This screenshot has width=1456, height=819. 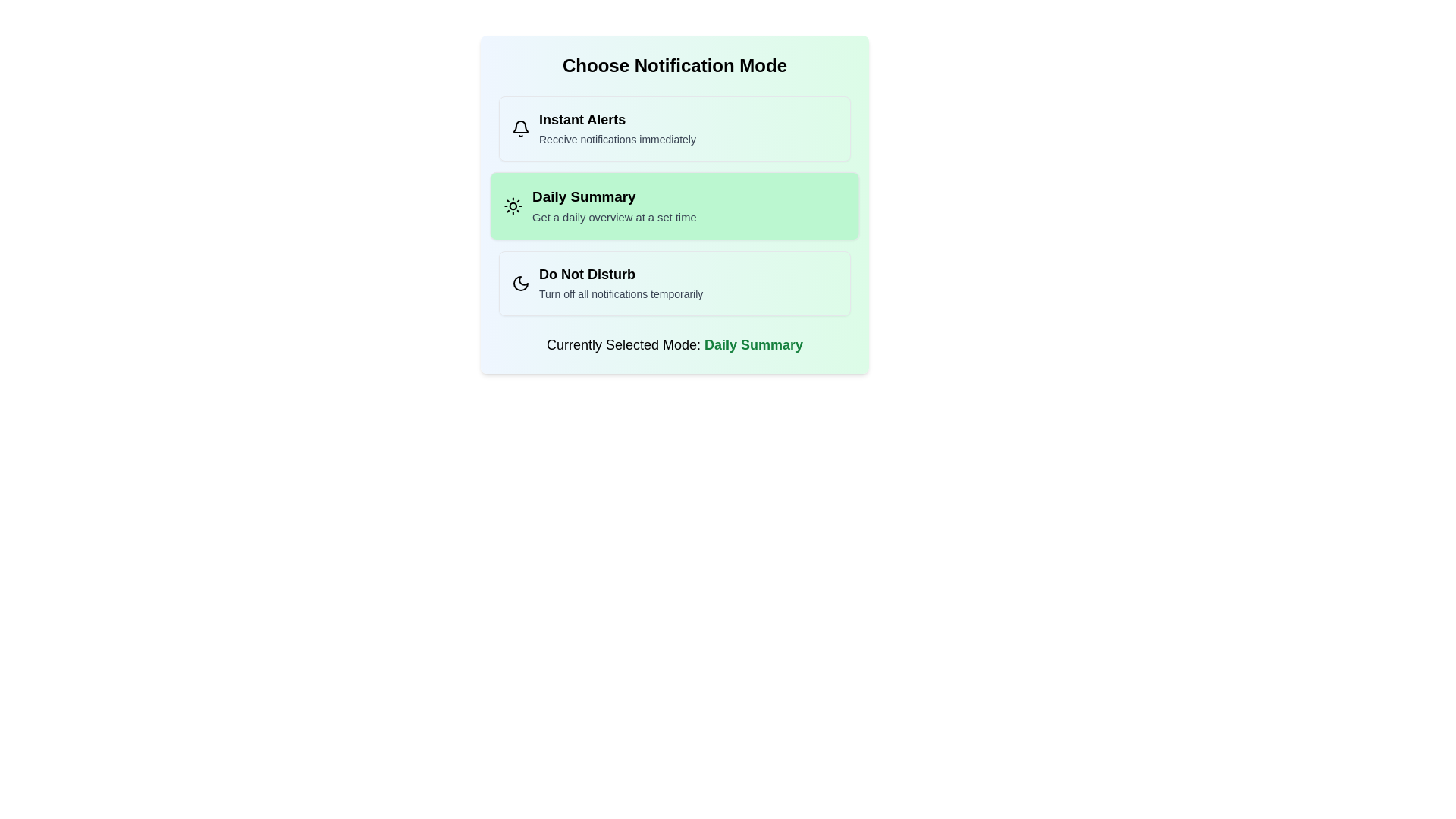 I want to click on the third selectable option for configuring a notification mode, so click(x=673, y=284).